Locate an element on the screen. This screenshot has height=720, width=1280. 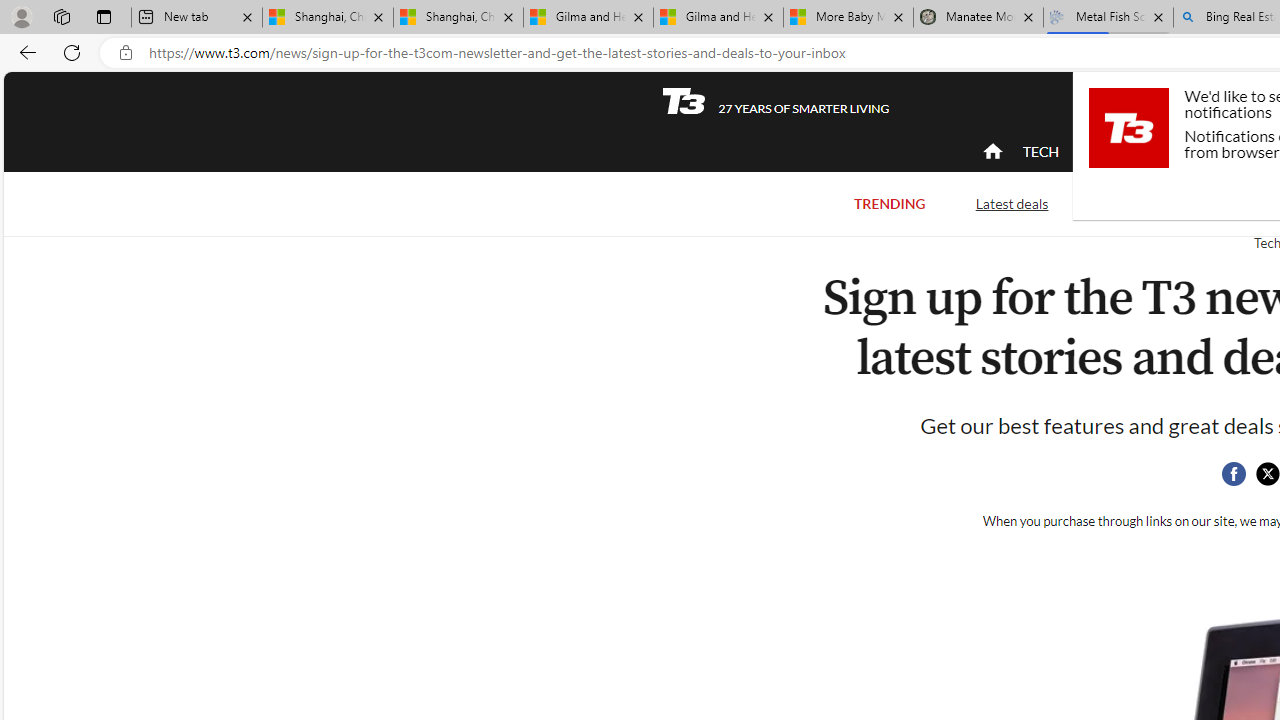
'Gilma and Hector both pose tropical trouble for Hawaii' is located at coordinates (718, 17).